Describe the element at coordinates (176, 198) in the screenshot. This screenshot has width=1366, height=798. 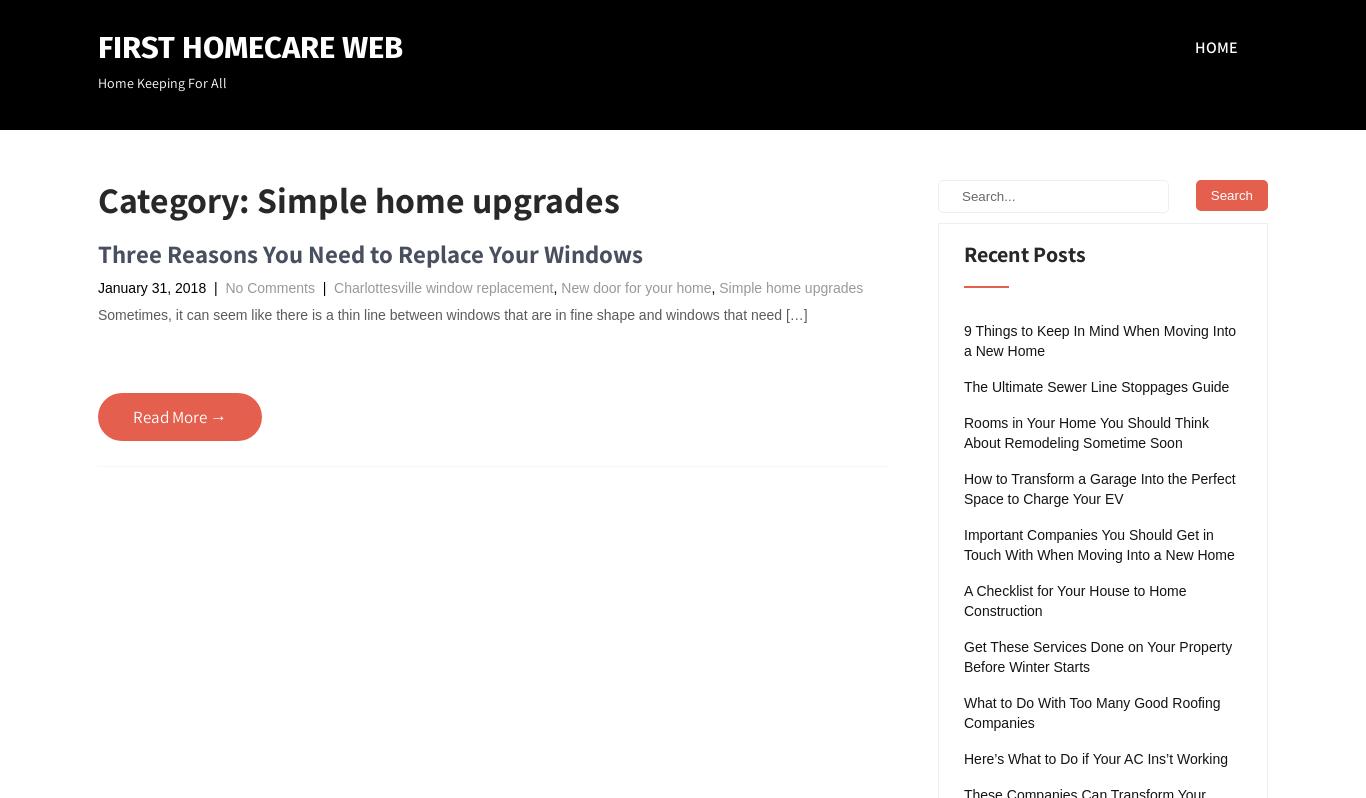
I see `'Category:'` at that location.